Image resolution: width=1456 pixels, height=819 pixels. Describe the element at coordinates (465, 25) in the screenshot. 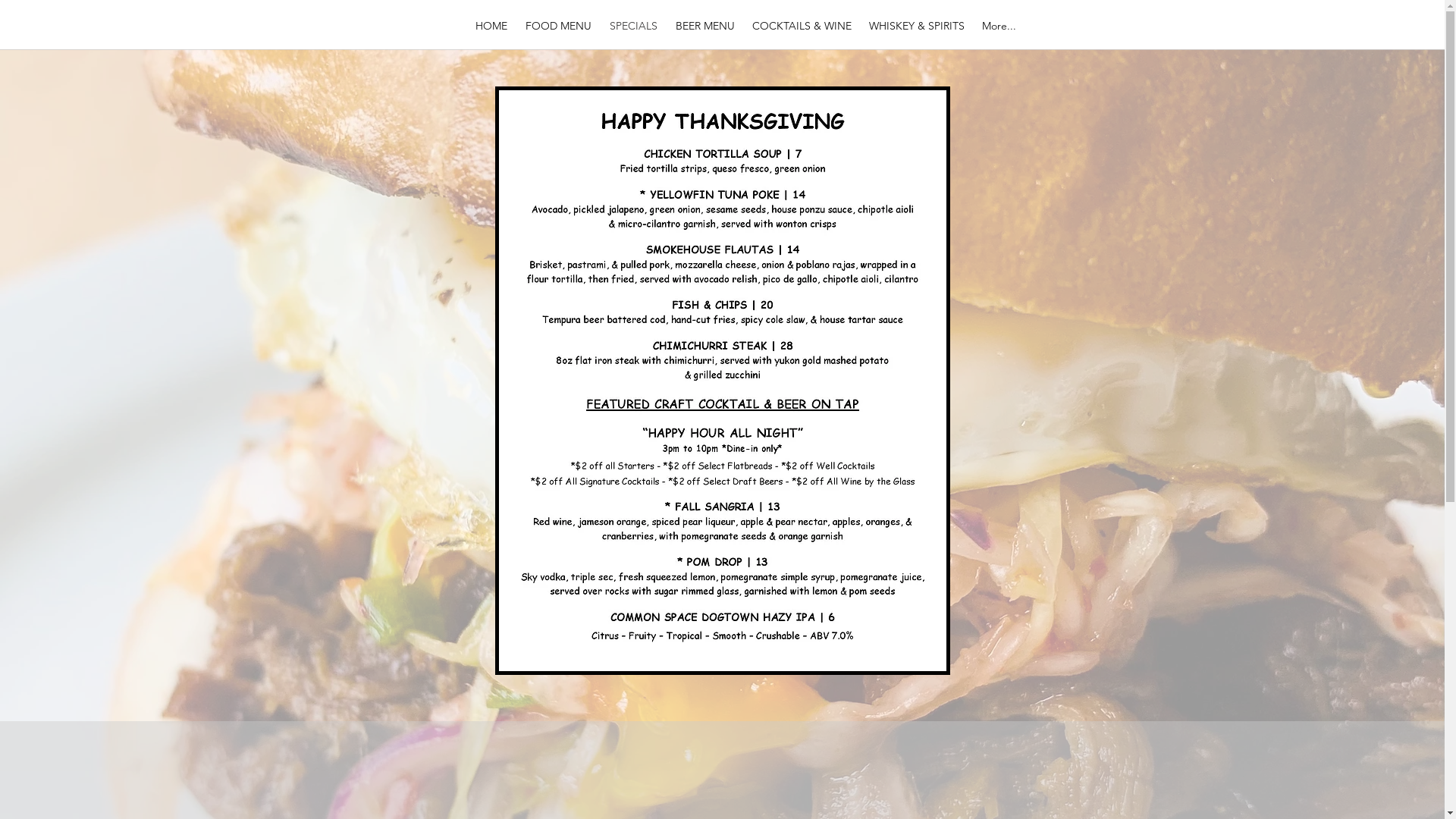

I see `'HOME'` at that location.